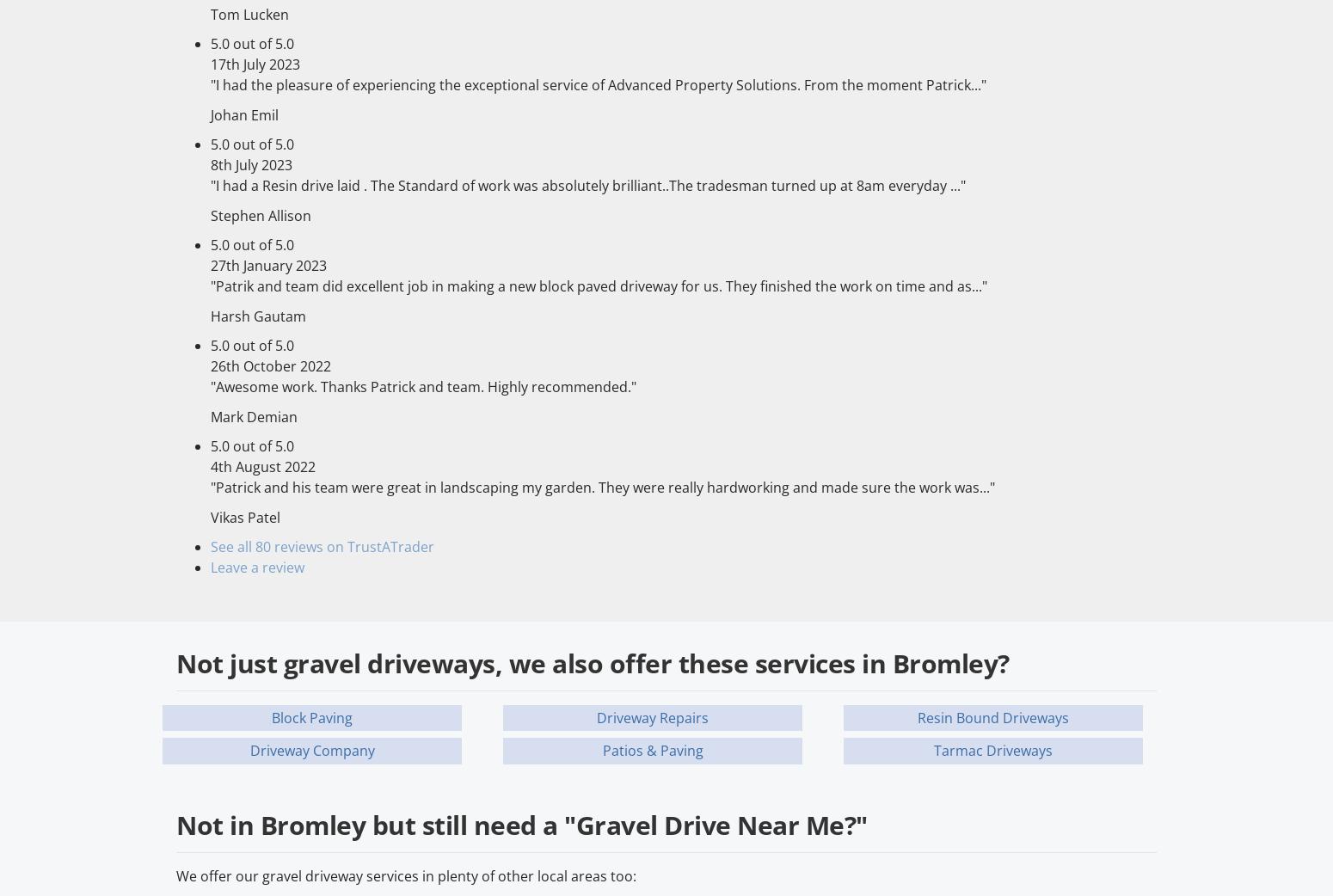 The image size is (1333, 896). Describe the element at coordinates (336, 547) in the screenshot. I see `'on'` at that location.